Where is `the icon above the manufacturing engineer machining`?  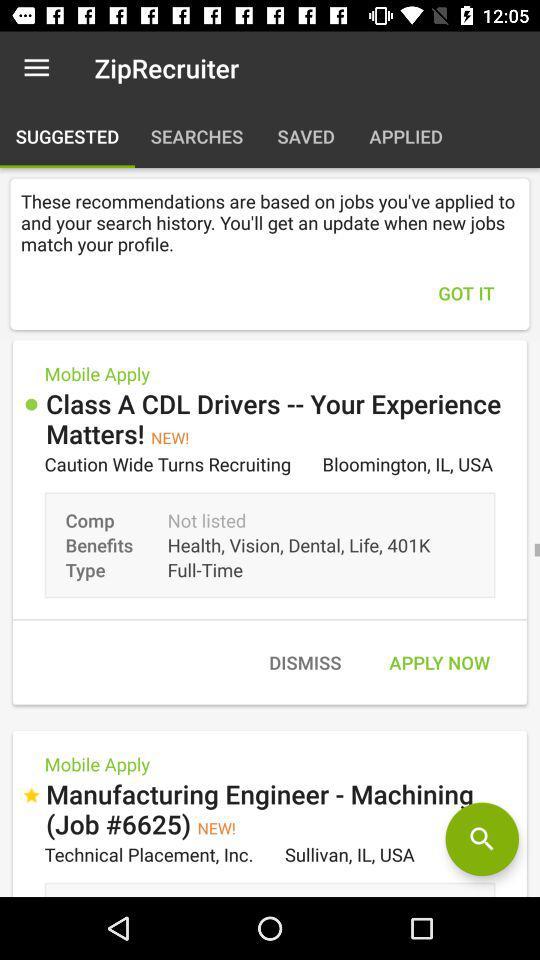 the icon above the manufacturing engineer machining is located at coordinates (305, 662).